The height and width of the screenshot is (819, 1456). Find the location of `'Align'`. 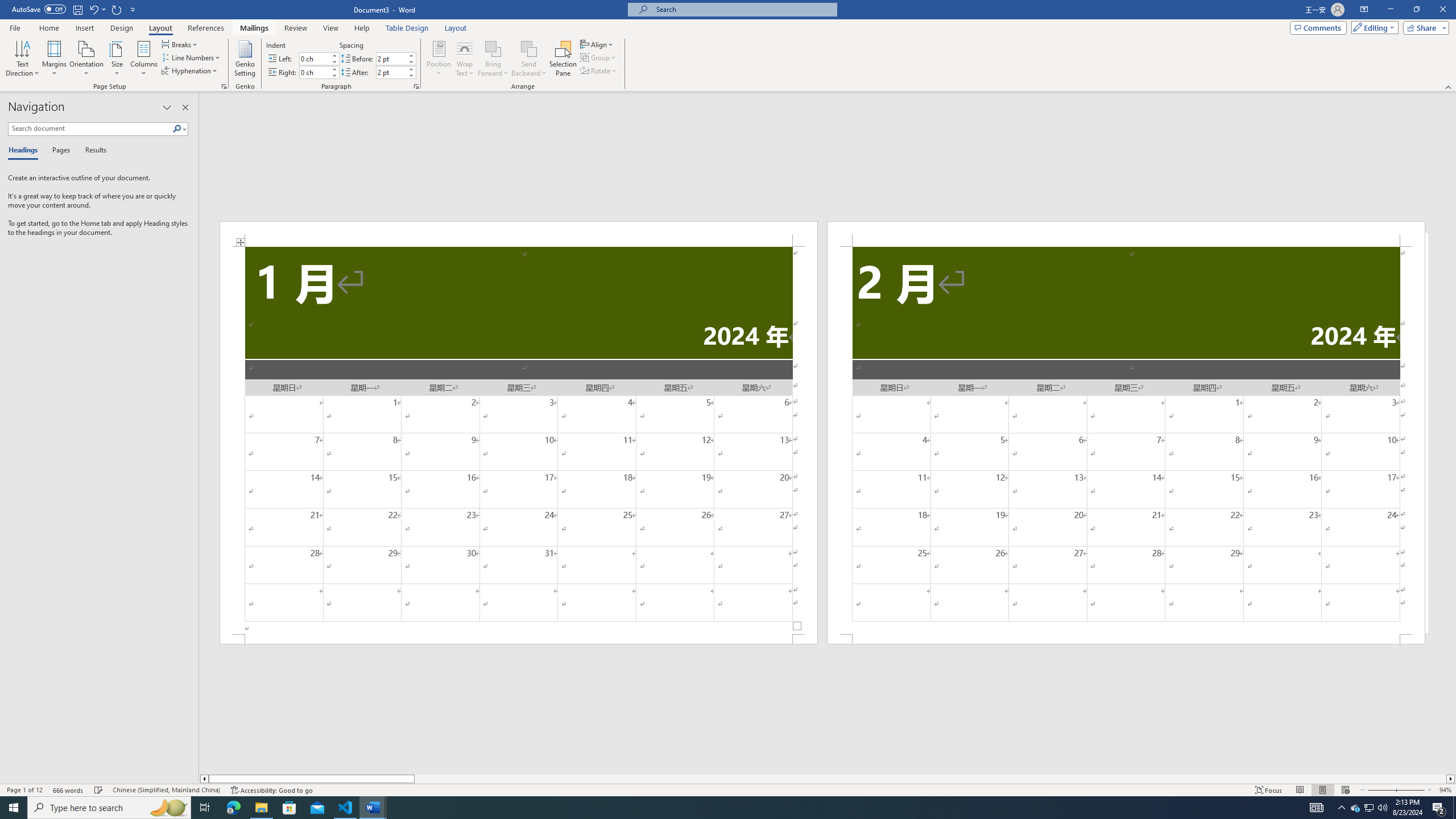

'Align' is located at coordinates (597, 44).